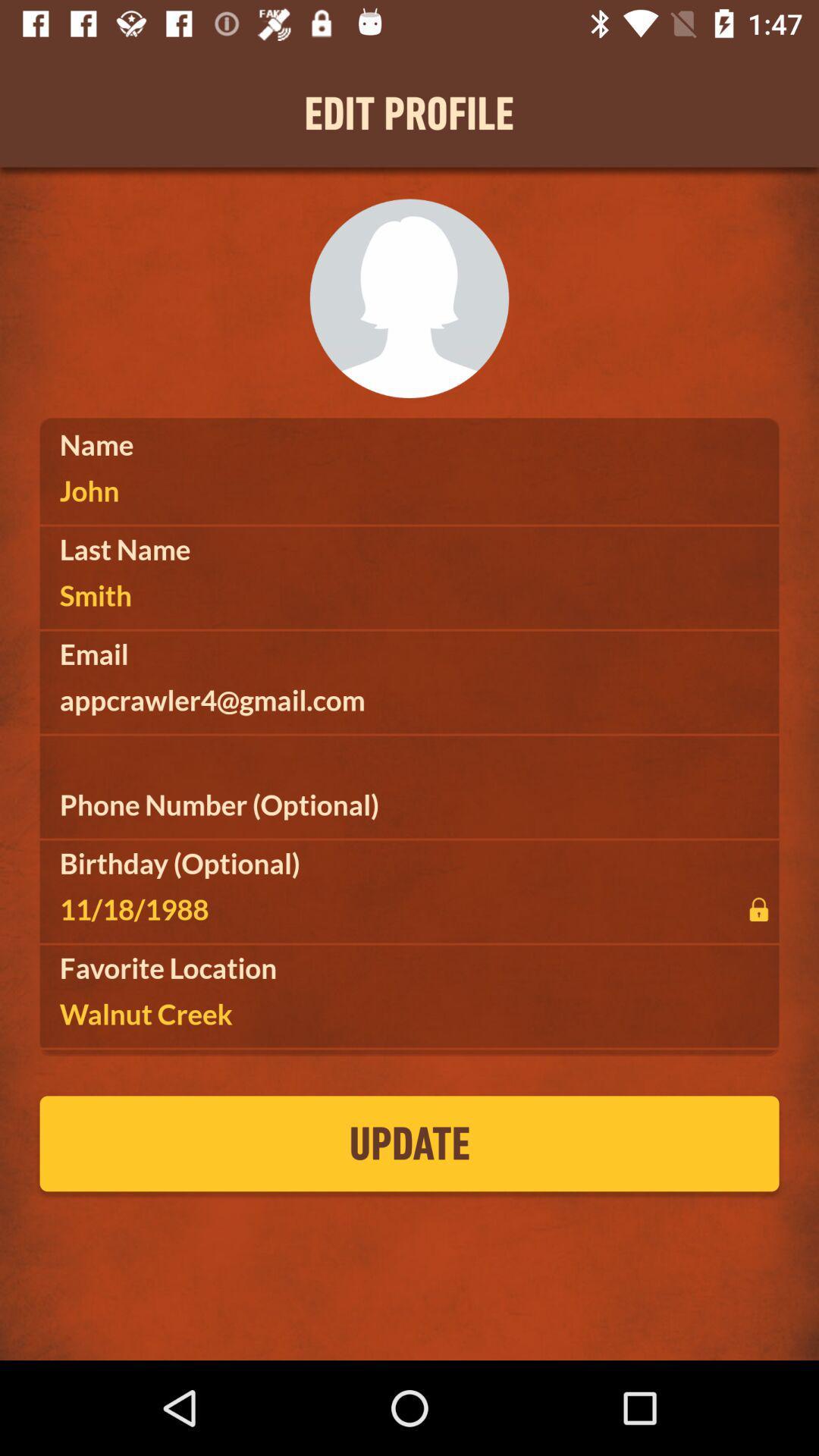 The height and width of the screenshot is (1456, 819). What do you see at coordinates (409, 804) in the screenshot?
I see `field for phone number` at bounding box center [409, 804].